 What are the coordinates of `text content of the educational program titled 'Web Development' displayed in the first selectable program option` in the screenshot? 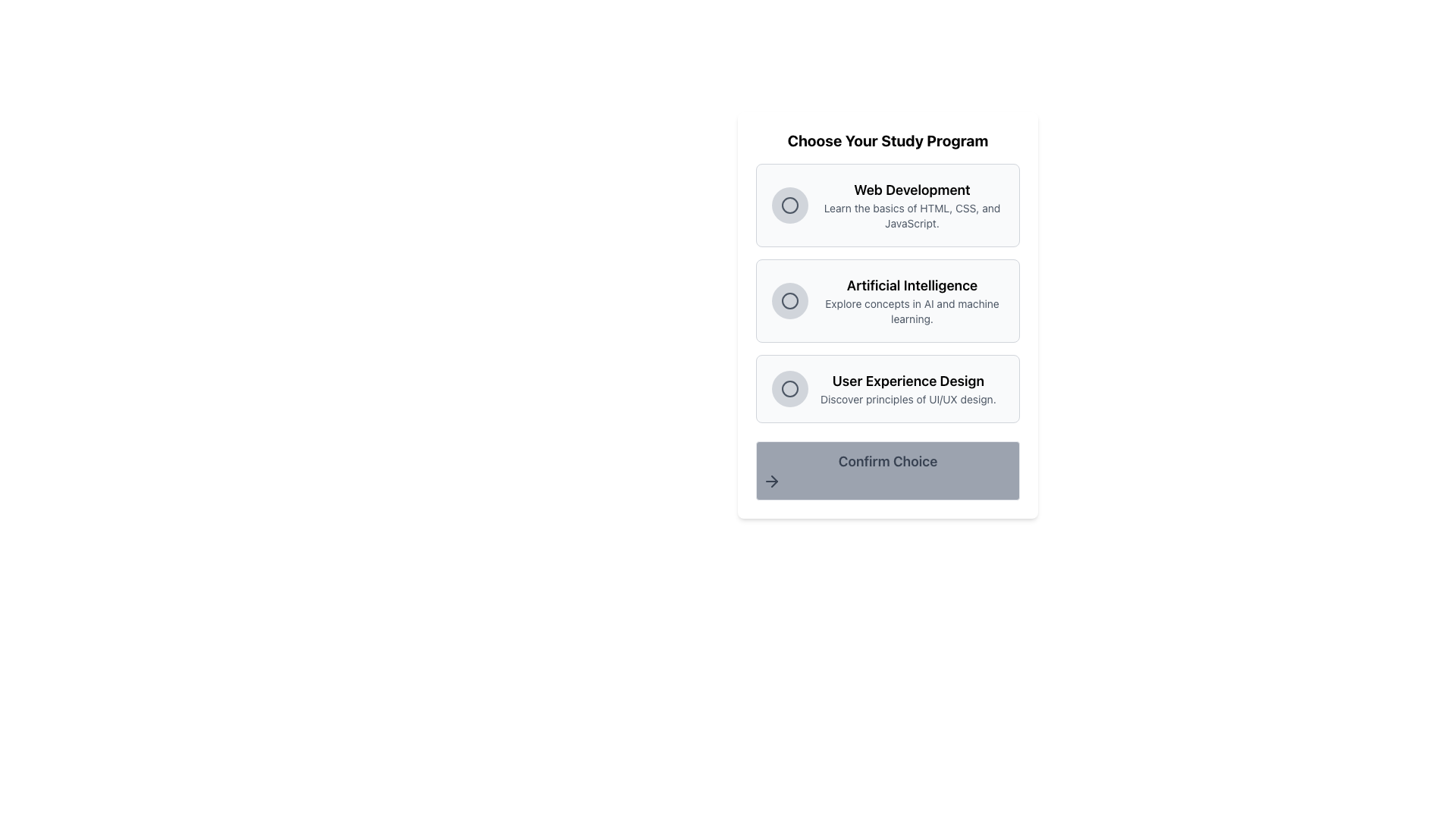 It's located at (912, 205).